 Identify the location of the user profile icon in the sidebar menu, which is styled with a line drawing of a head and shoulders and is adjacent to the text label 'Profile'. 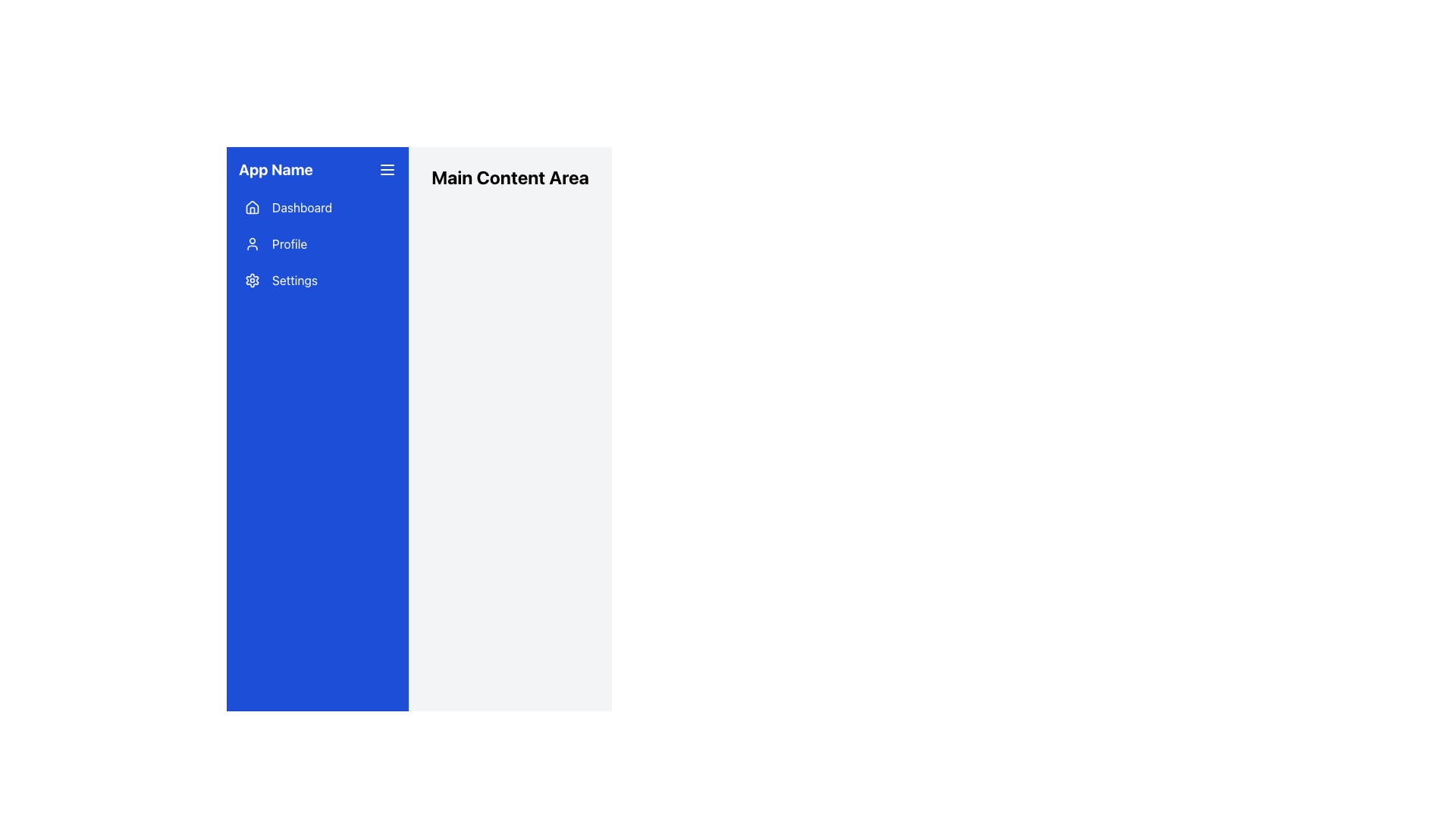
(252, 243).